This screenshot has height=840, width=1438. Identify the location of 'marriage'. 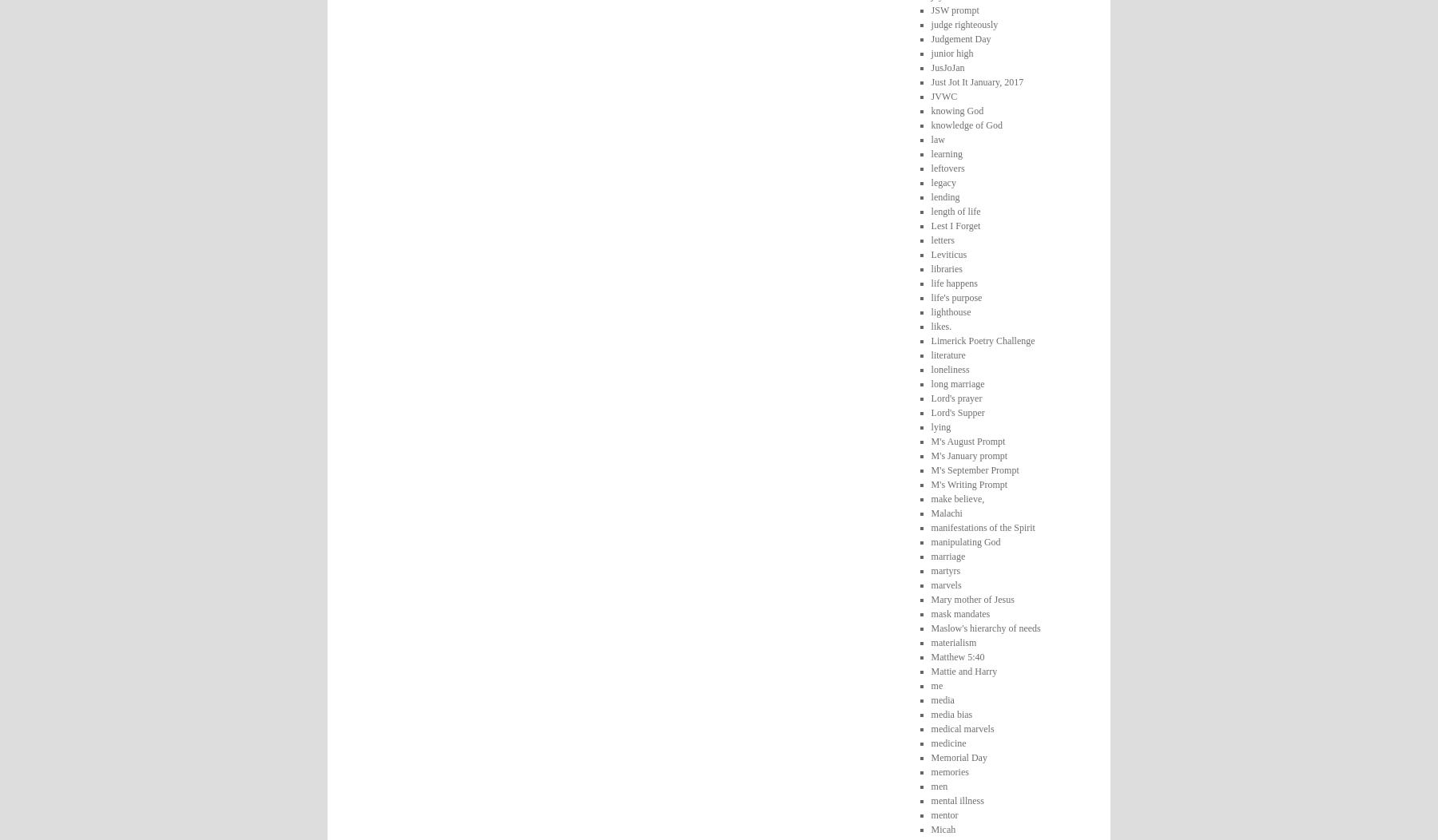
(947, 555).